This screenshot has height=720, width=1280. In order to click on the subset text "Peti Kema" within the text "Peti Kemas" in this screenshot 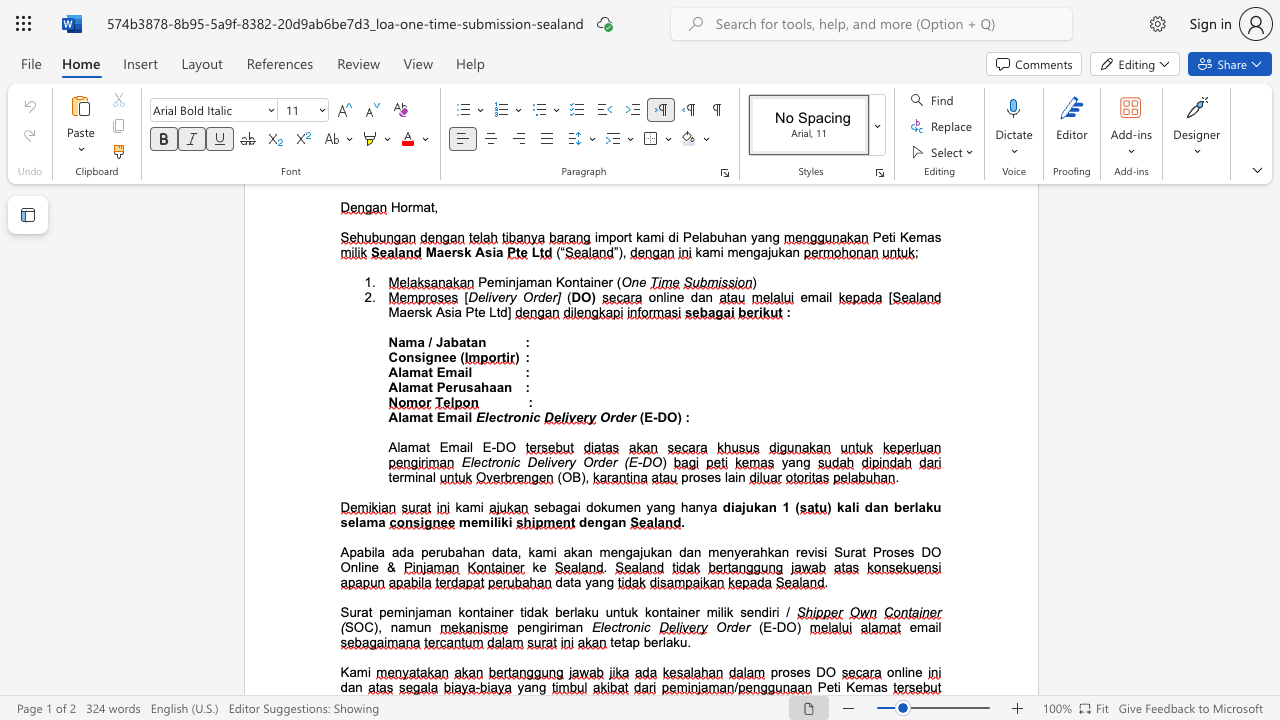, I will do `click(817, 686)`.